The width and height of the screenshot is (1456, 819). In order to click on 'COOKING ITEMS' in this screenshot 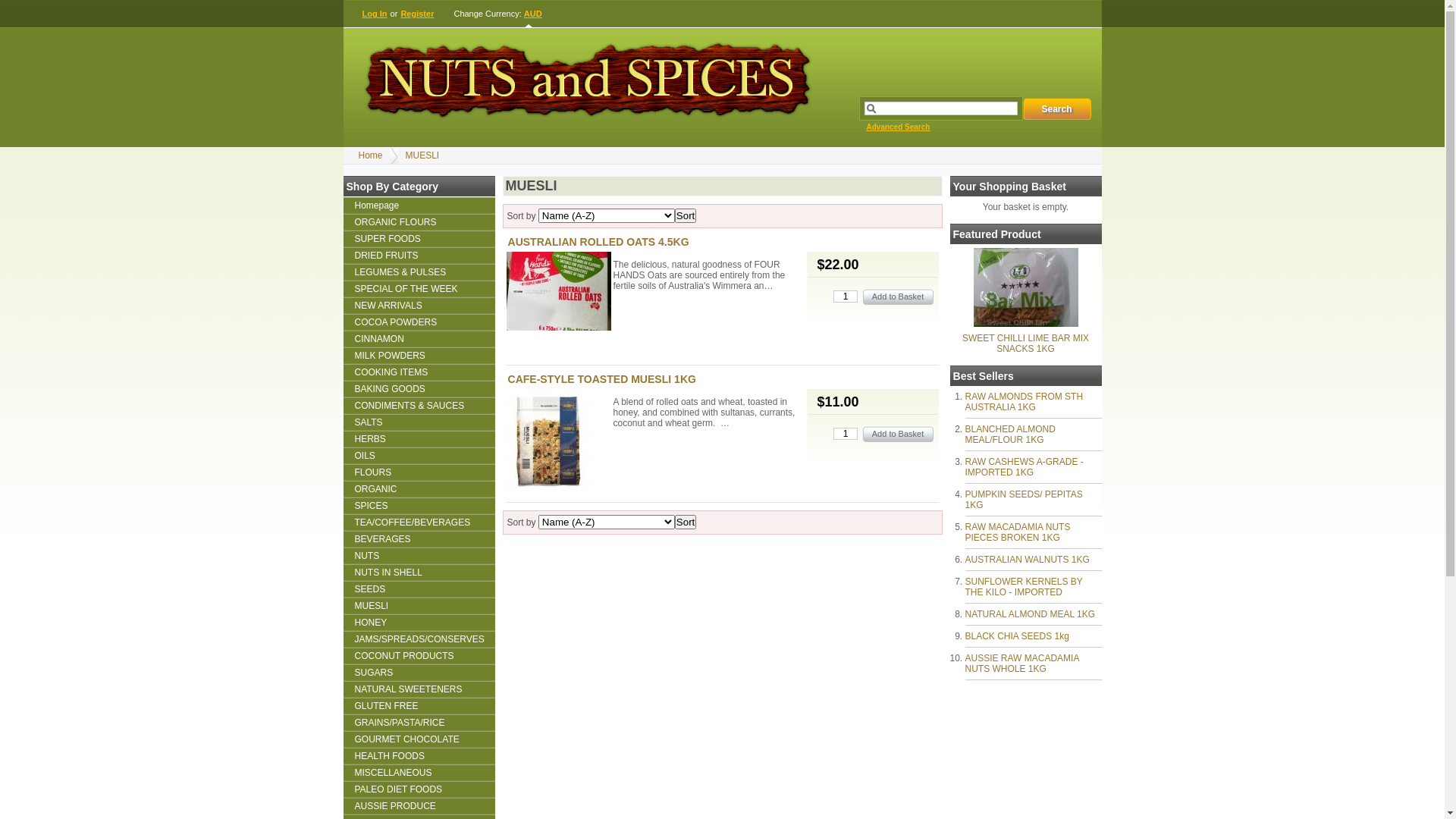, I will do `click(419, 372)`.